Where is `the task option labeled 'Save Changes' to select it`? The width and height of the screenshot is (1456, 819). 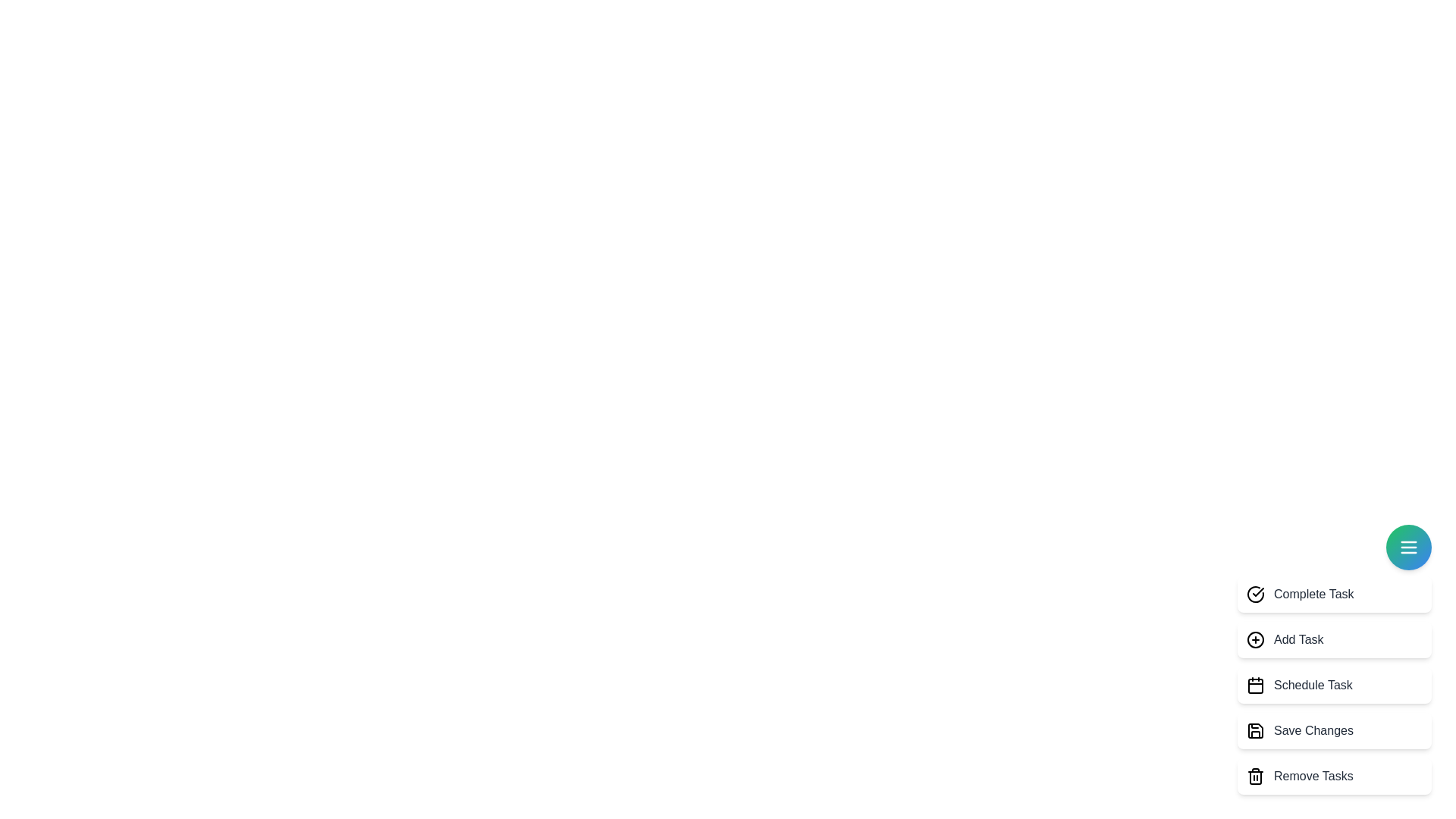 the task option labeled 'Save Changes' to select it is located at coordinates (1335, 730).